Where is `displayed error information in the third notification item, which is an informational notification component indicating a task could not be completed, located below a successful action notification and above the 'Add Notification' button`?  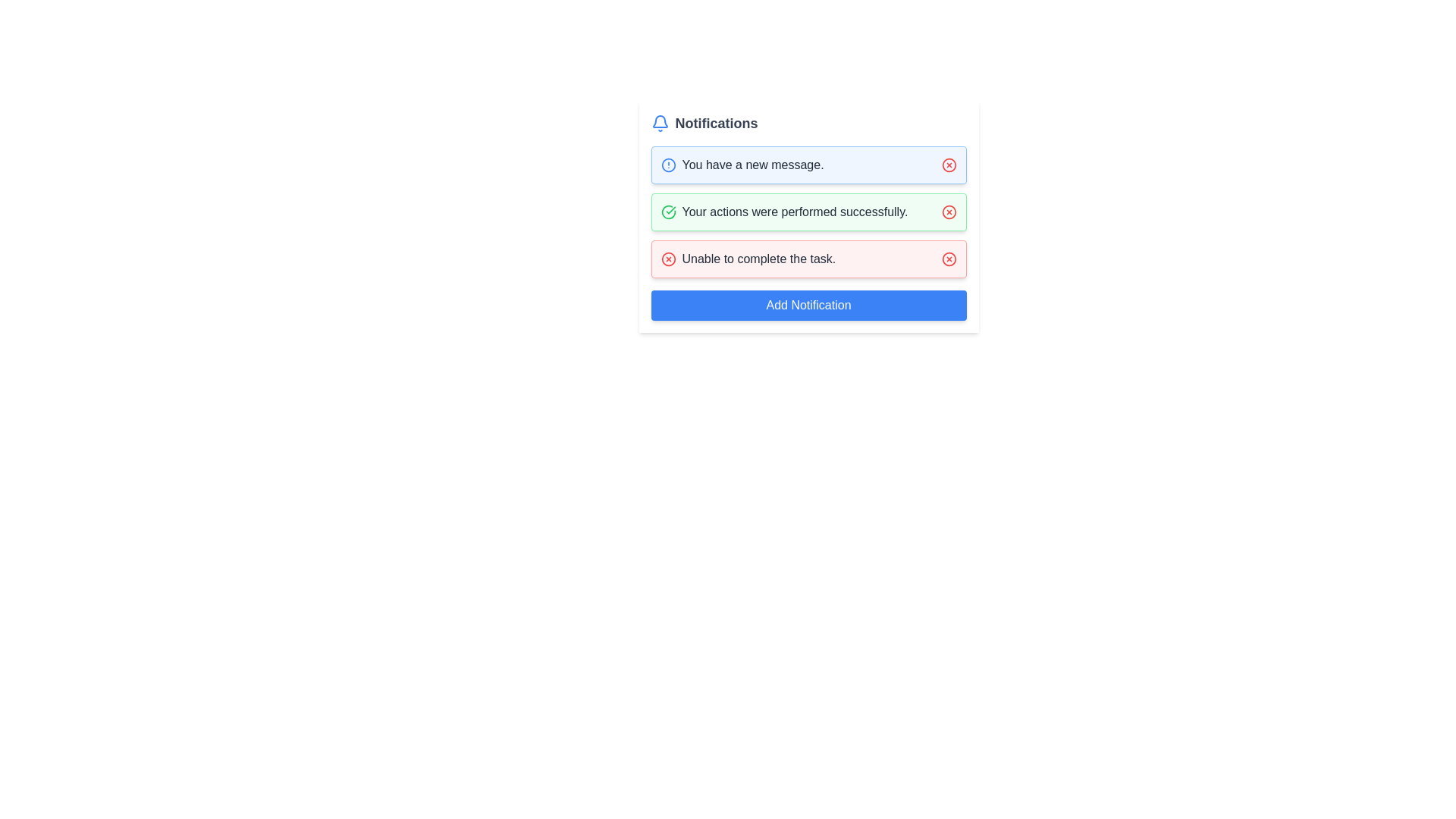
displayed error information in the third notification item, which is an informational notification component indicating a task could not be completed, located below a successful action notification and above the 'Add Notification' button is located at coordinates (808, 259).